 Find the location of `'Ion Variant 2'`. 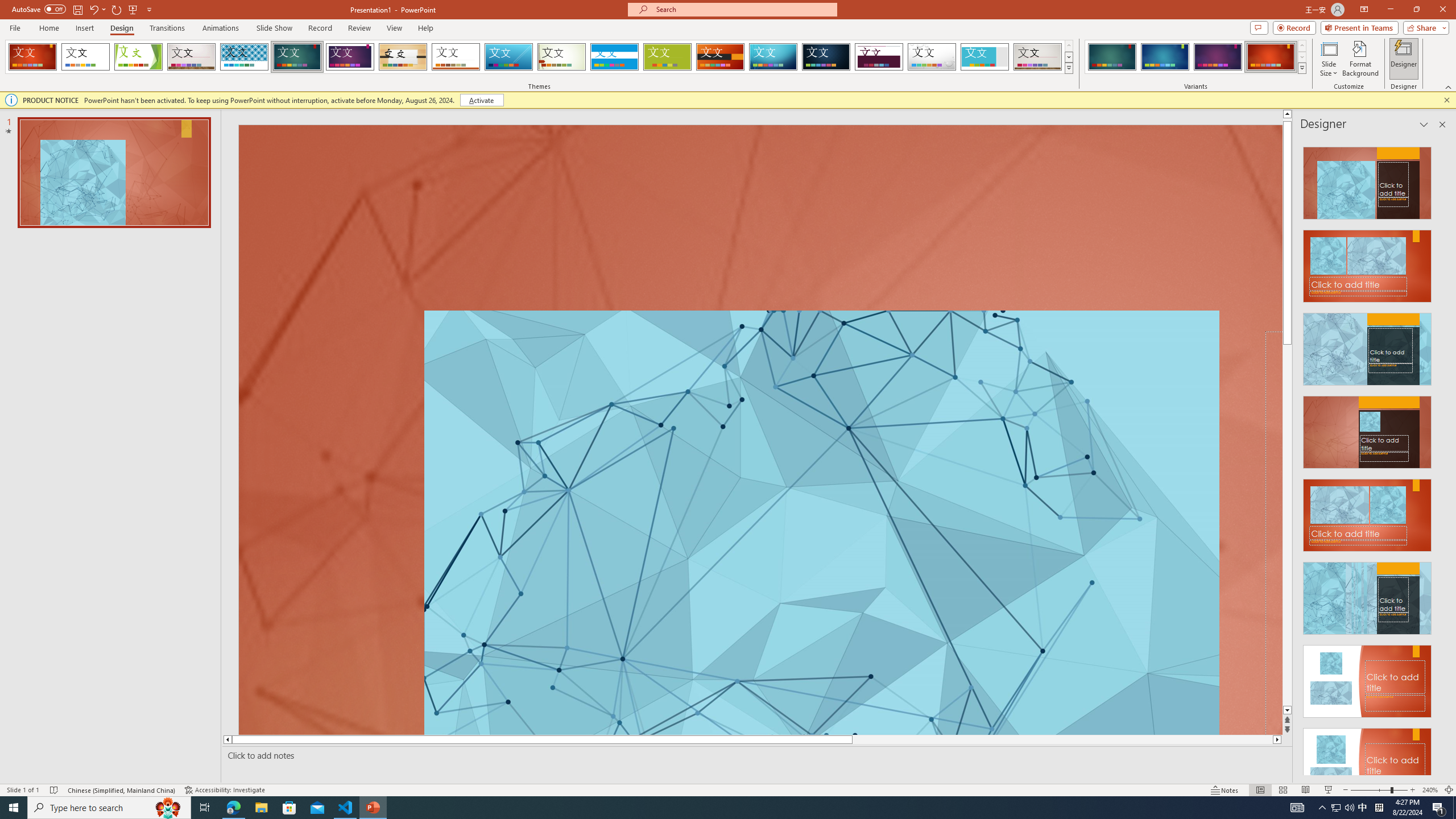

'Ion Variant 2' is located at coordinates (1164, 56).